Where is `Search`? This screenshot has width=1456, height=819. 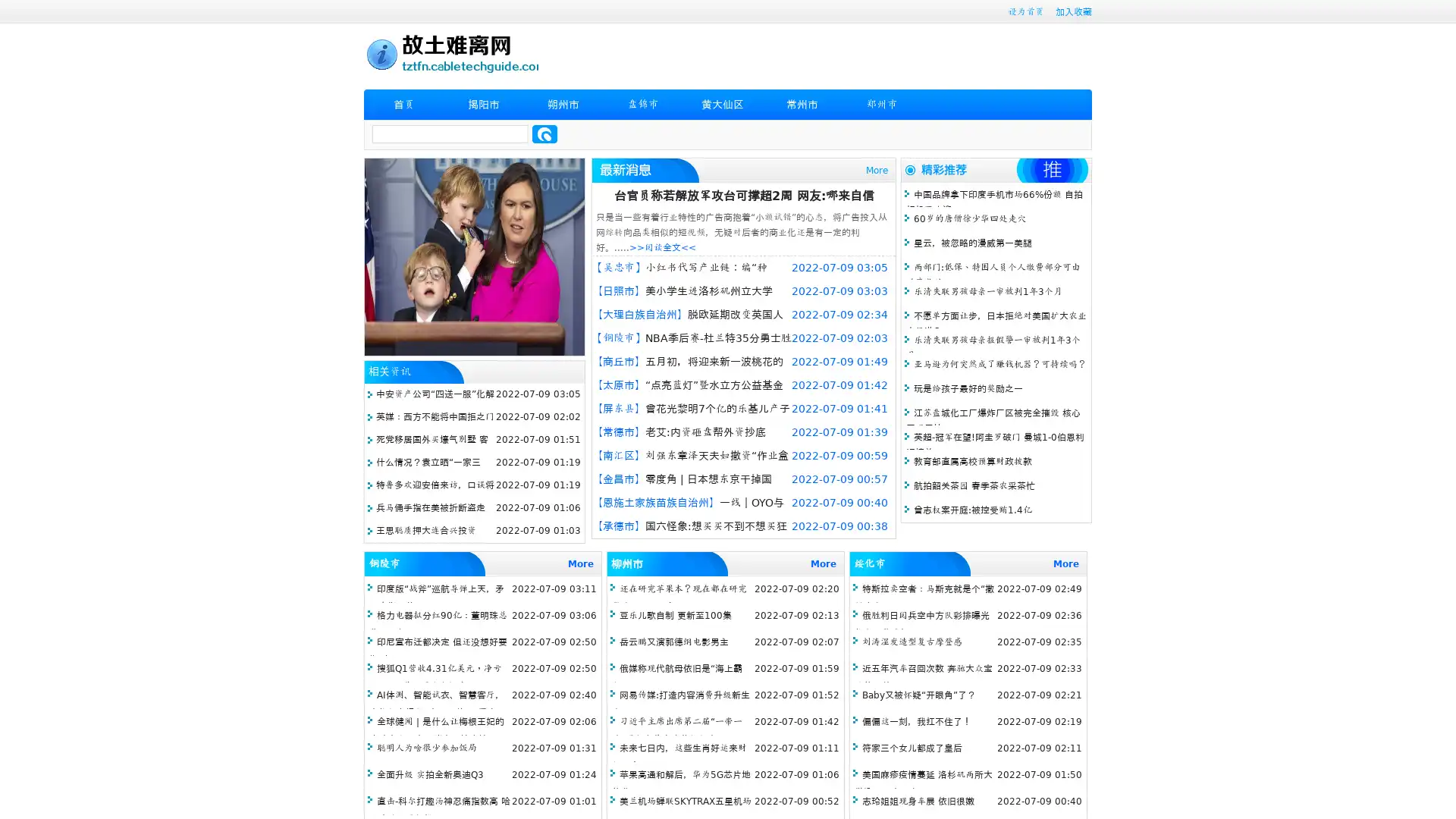
Search is located at coordinates (544, 133).